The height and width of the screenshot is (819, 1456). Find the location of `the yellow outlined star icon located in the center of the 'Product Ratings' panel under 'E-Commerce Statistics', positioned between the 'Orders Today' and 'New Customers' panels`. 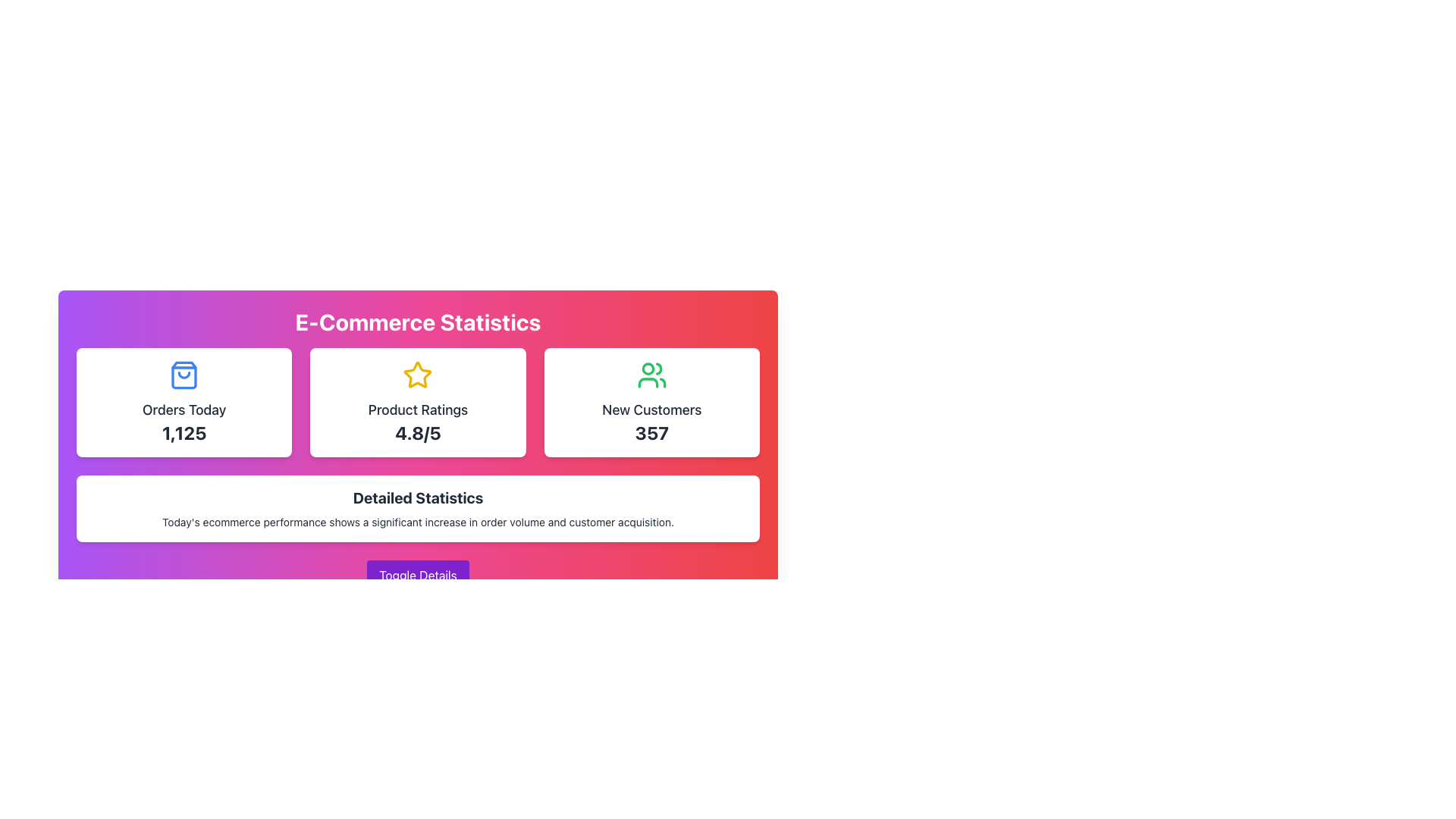

the yellow outlined star icon located in the center of the 'Product Ratings' panel under 'E-Commerce Statistics', positioned between the 'Orders Today' and 'New Customers' panels is located at coordinates (418, 375).